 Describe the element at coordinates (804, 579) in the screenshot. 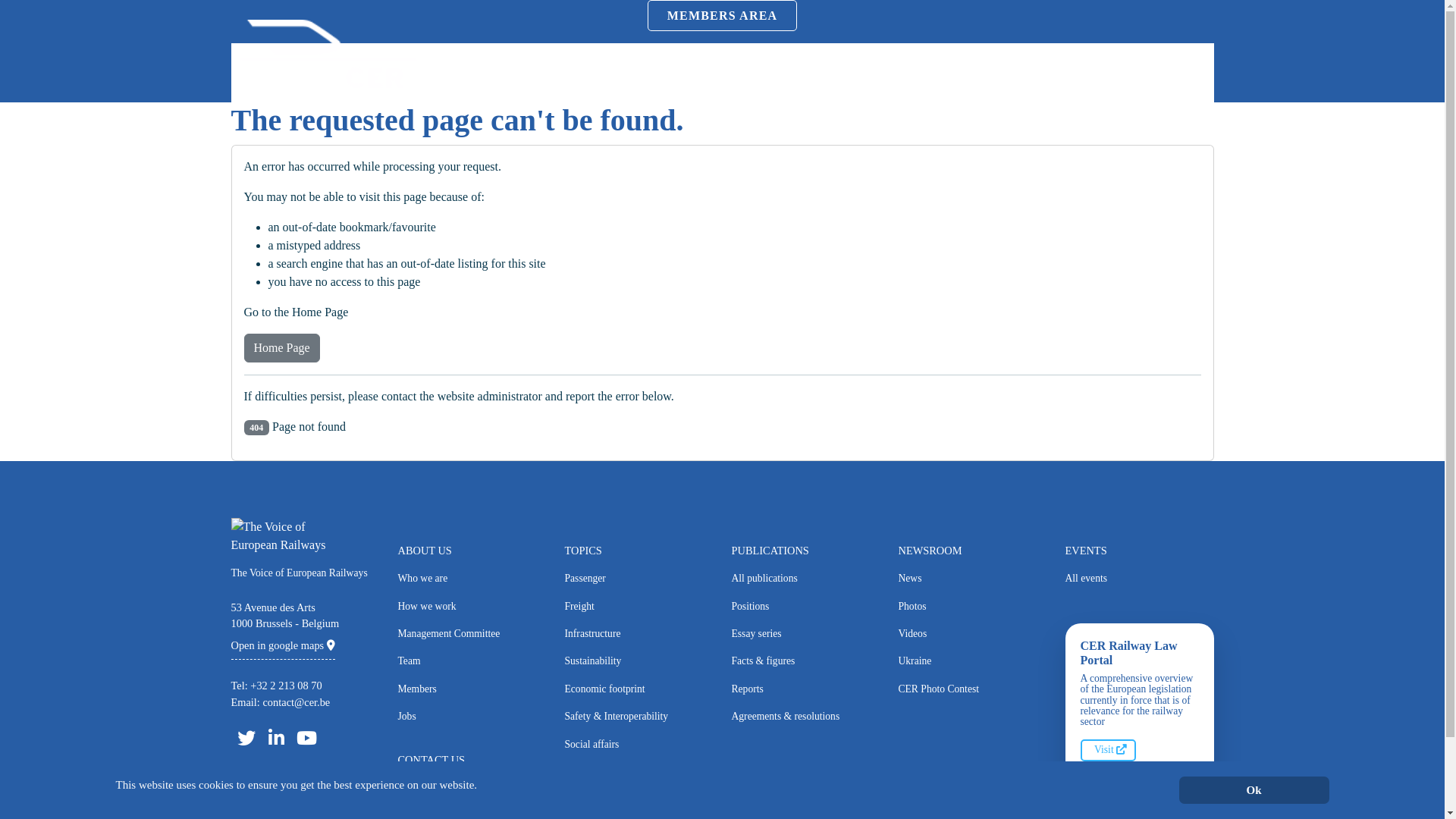

I see `'All publications'` at that location.